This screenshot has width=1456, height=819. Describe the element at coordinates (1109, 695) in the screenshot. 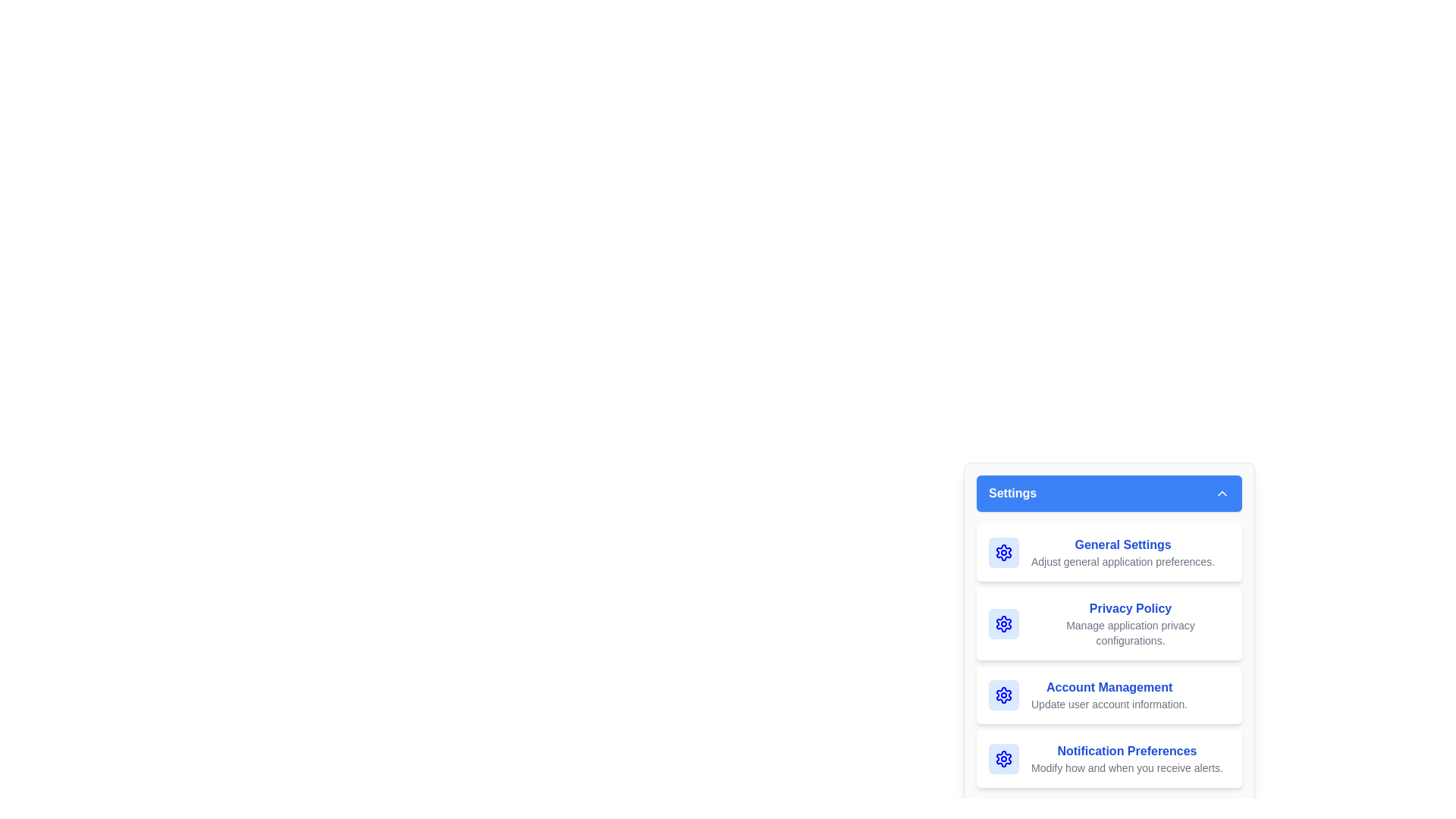

I see `the menu item Account Management from the dropdown` at that location.